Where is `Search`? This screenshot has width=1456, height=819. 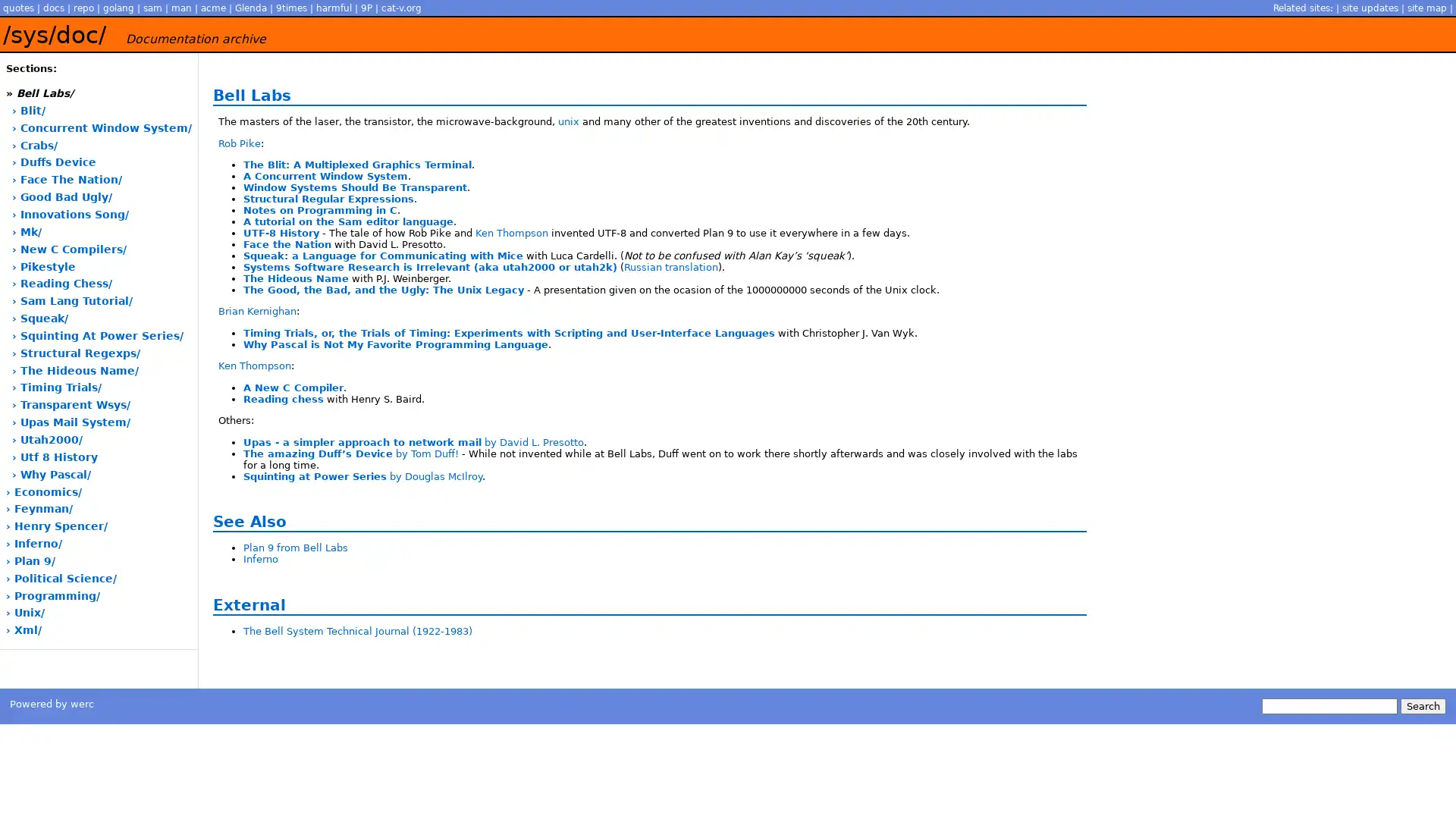
Search is located at coordinates (1422, 705).